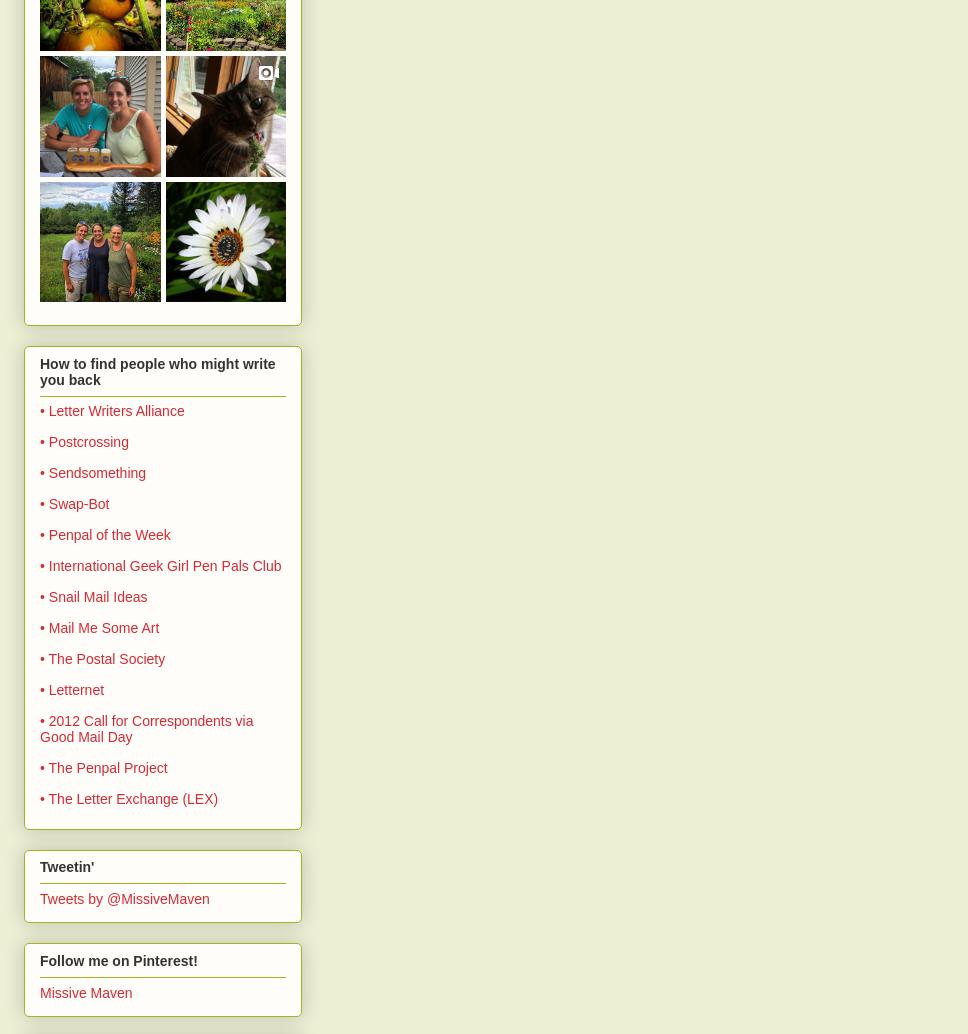  Describe the element at coordinates (102, 658) in the screenshot. I see `'• The Postal Society'` at that location.